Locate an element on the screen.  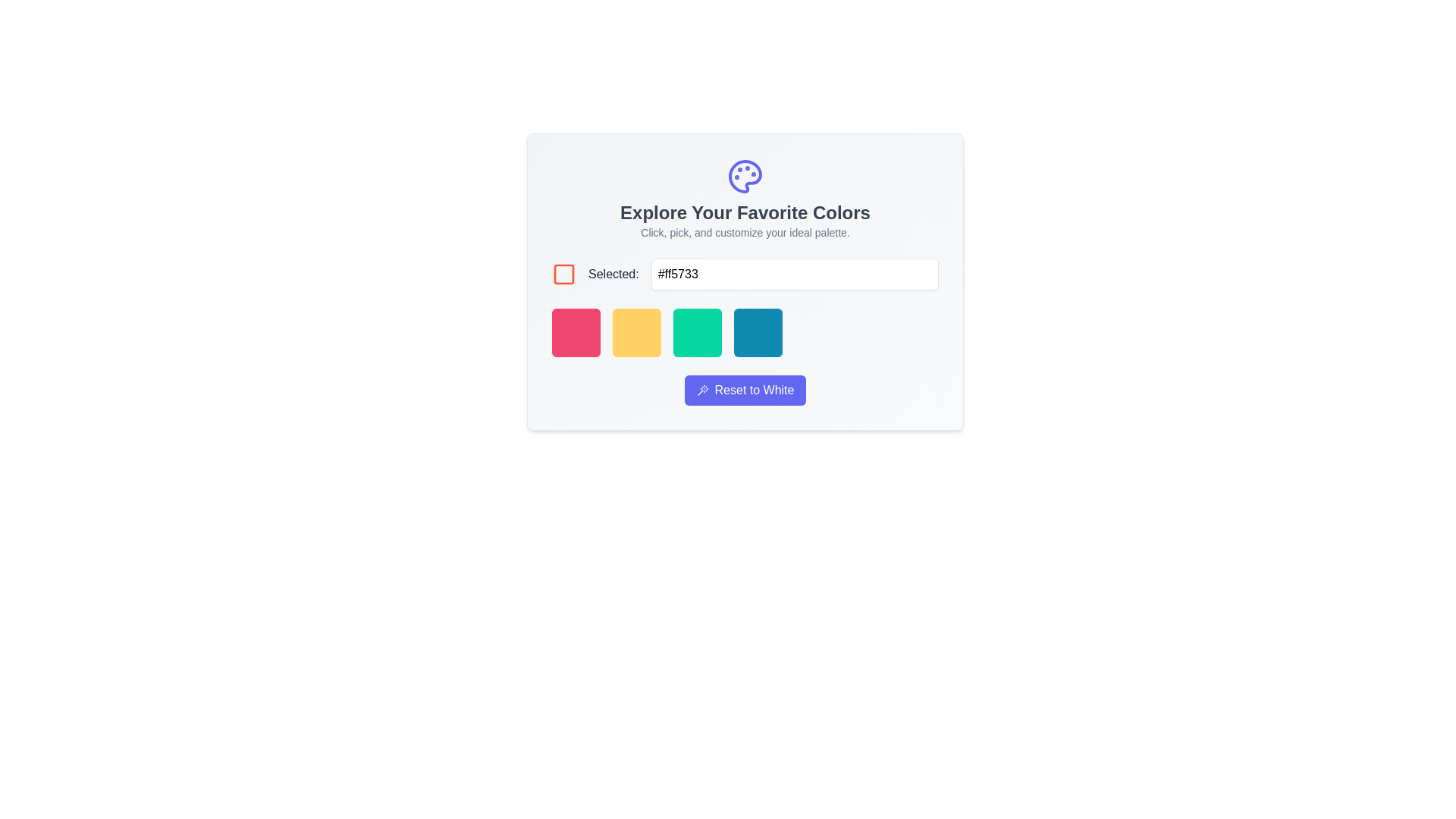
the blue box in the color selection palette located in the 'Explore Your Favorite Colors' section is located at coordinates (745, 332).